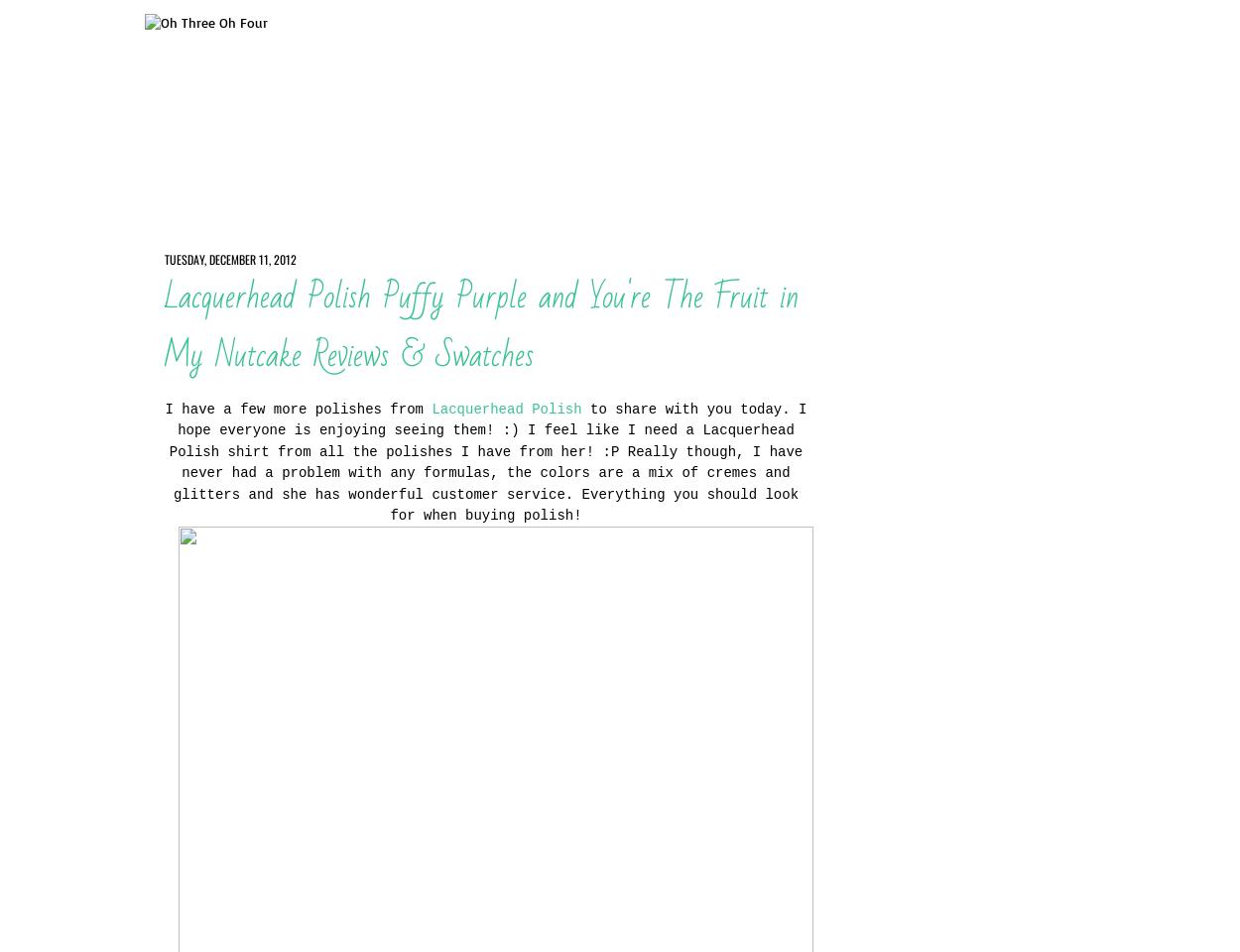 The image size is (1240, 952). What do you see at coordinates (702, 180) in the screenshot?
I see `'Disclosure'` at bounding box center [702, 180].